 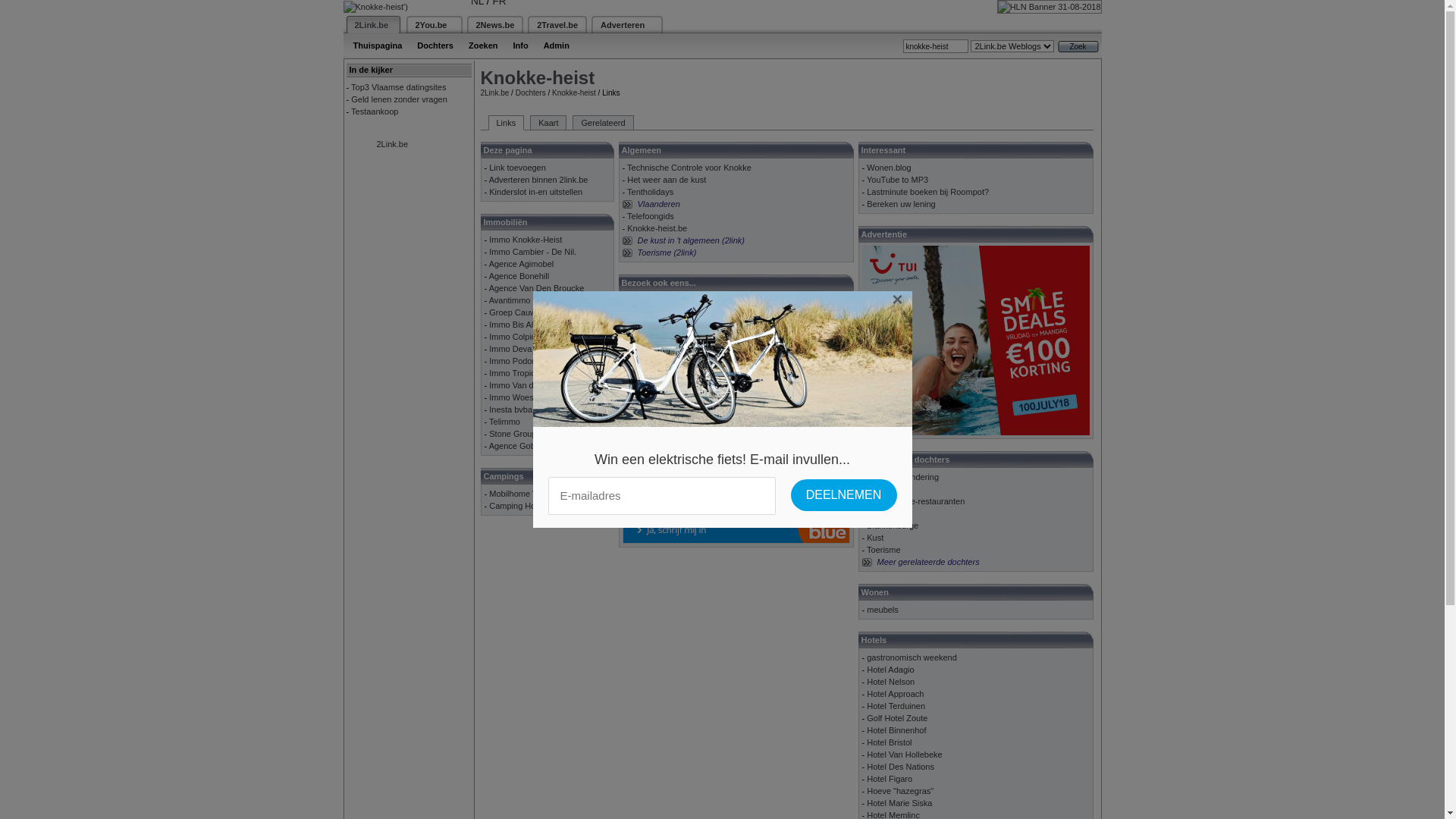 I want to click on 'Camping Holiday', so click(x=488, y=506).